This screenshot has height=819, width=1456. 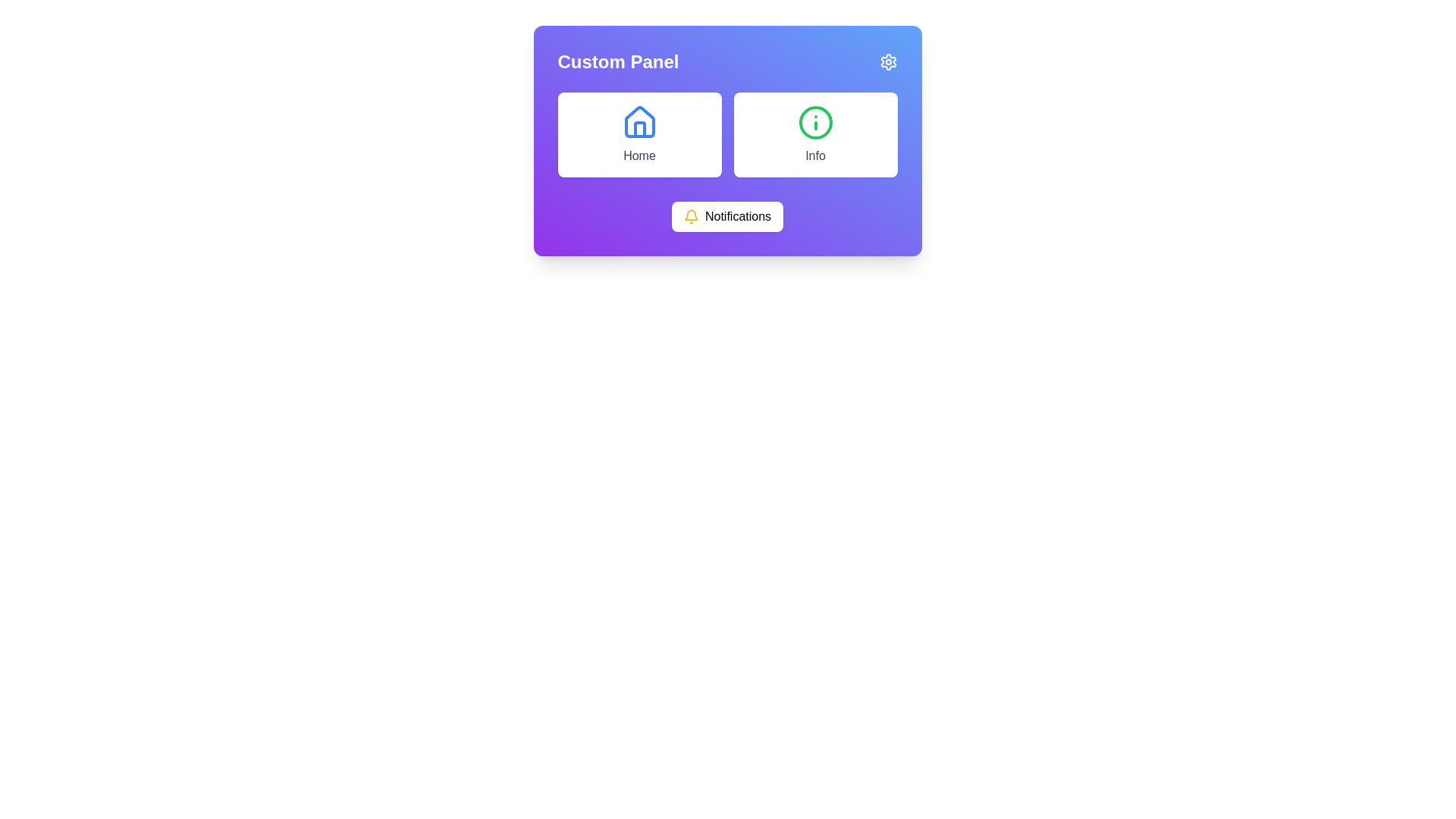 What do you see at coordinates (726, 216) in the screenshot?
I see `the button located at the bottom of the 'Custom Panel'` at bounding box center [726, 216].